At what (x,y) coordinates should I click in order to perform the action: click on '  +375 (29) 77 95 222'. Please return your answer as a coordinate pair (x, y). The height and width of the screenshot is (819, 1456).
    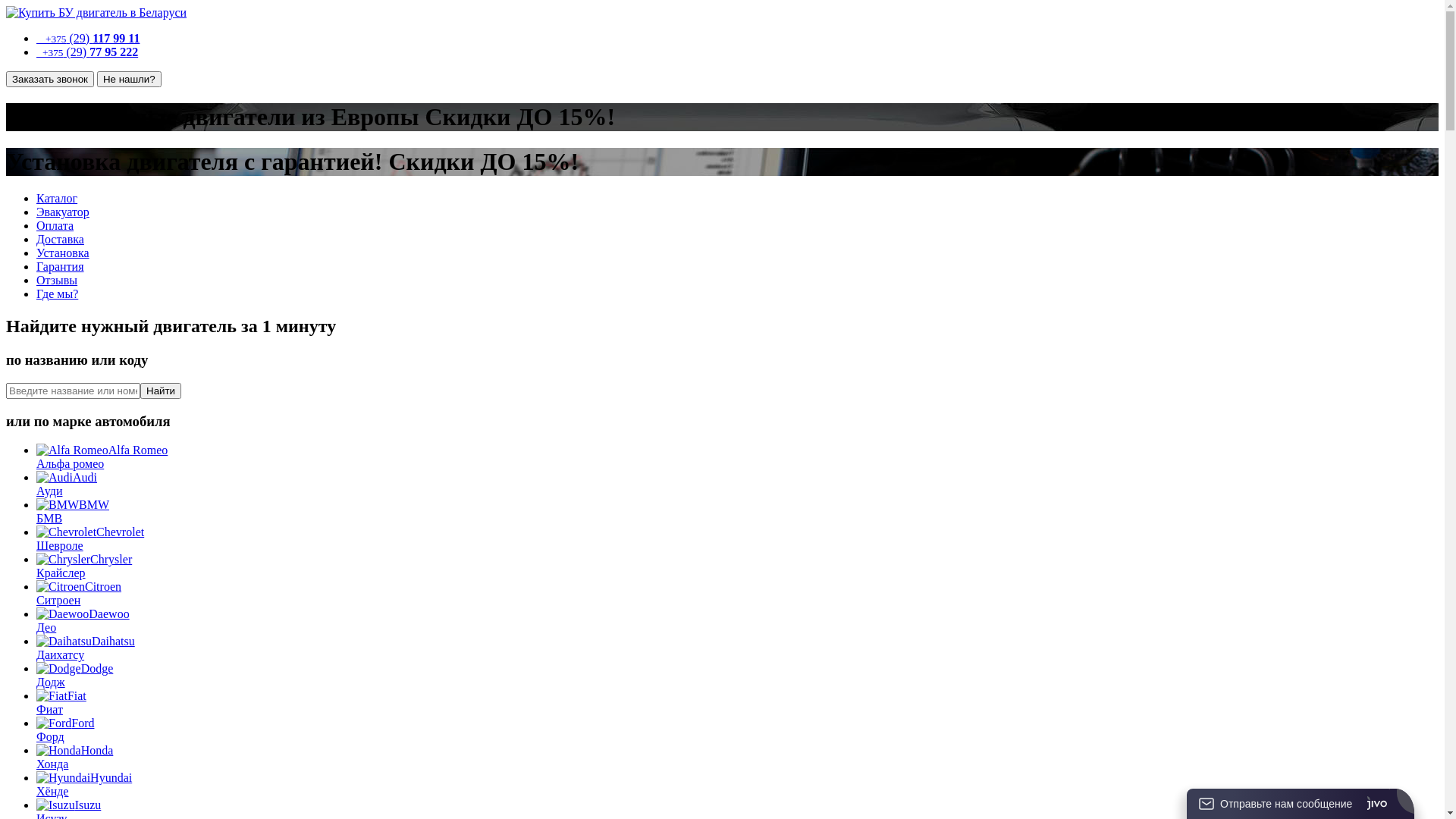
    Looking at the image, I should click on (86, 51).